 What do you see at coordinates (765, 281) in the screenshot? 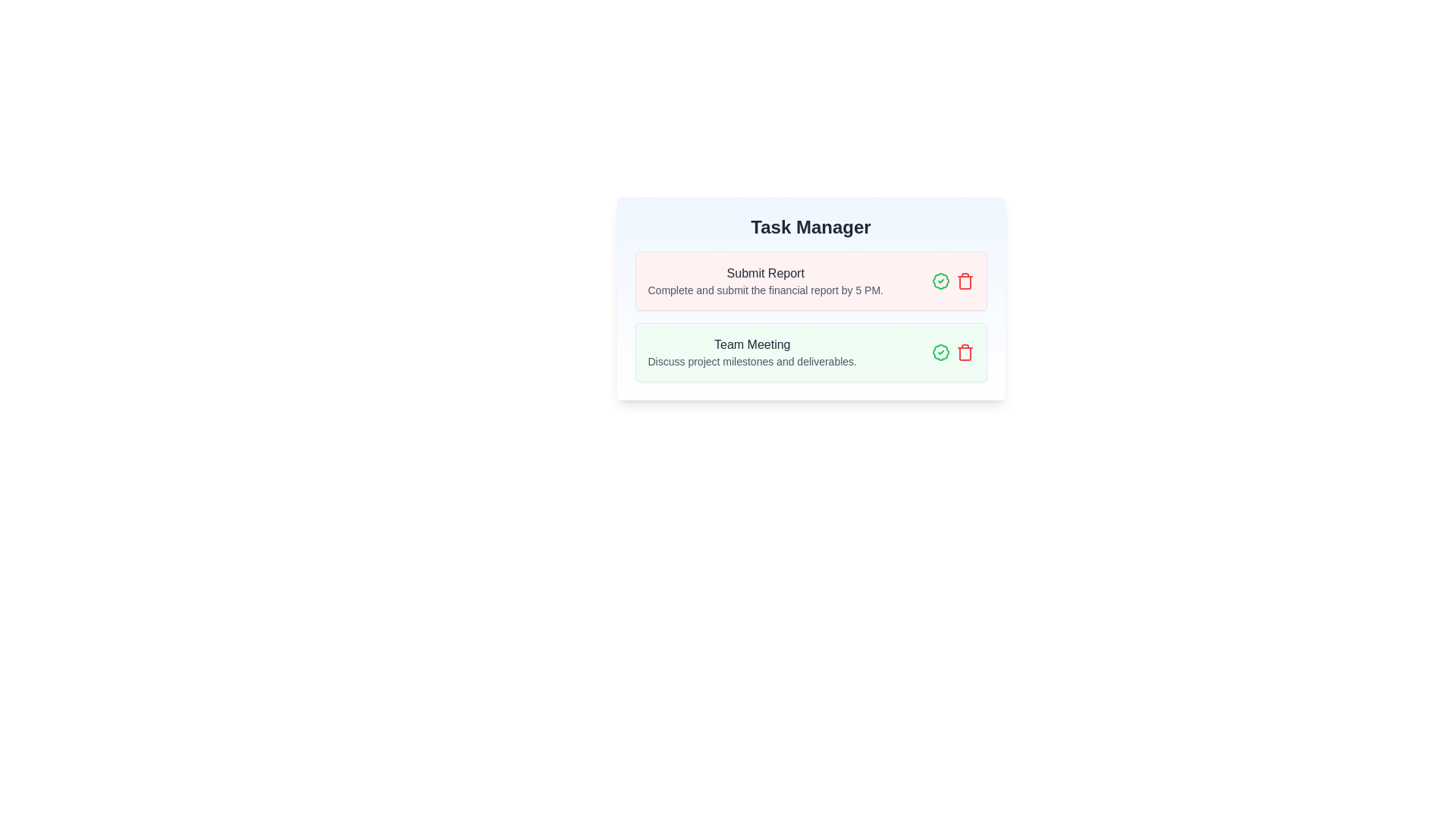
I see `text block containing the header 'Submit Report' and the description 'Complete and submit the financial report by 5 PM.' located in the upper card of the task list interface` at bounding box center [765, 281].